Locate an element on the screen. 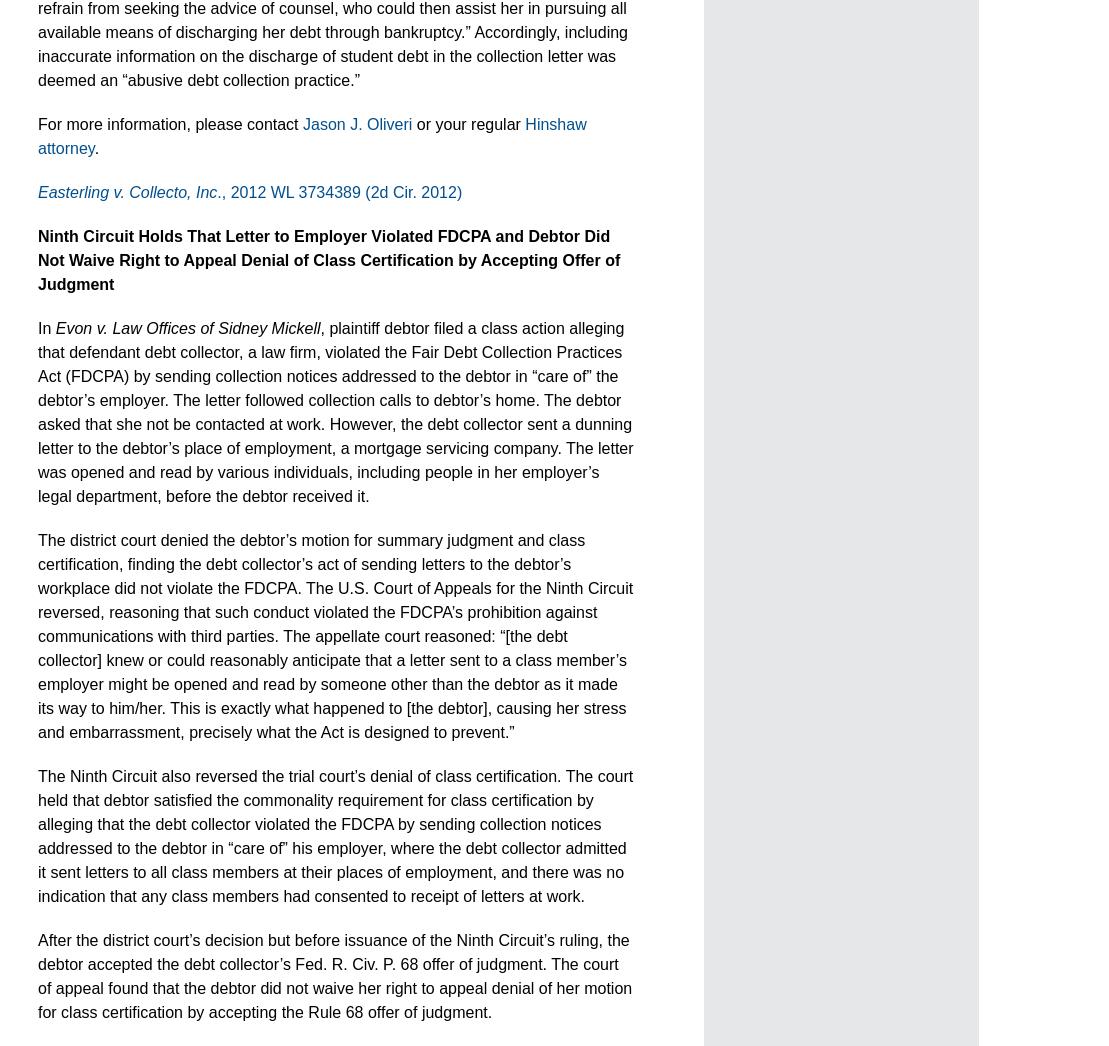  'After the district court’s decision but before issuance of the Ninth Circuit’s ruling, the debtor accepted the debt collector’s Fed. R. Civ. P. 68 offer of judgment. The court of appeal found that the debtor did not waive her right to appeal denial of her motion for class certification by accepting the Rule 68 offer of judgment.' is located at coordinates (335, 975).